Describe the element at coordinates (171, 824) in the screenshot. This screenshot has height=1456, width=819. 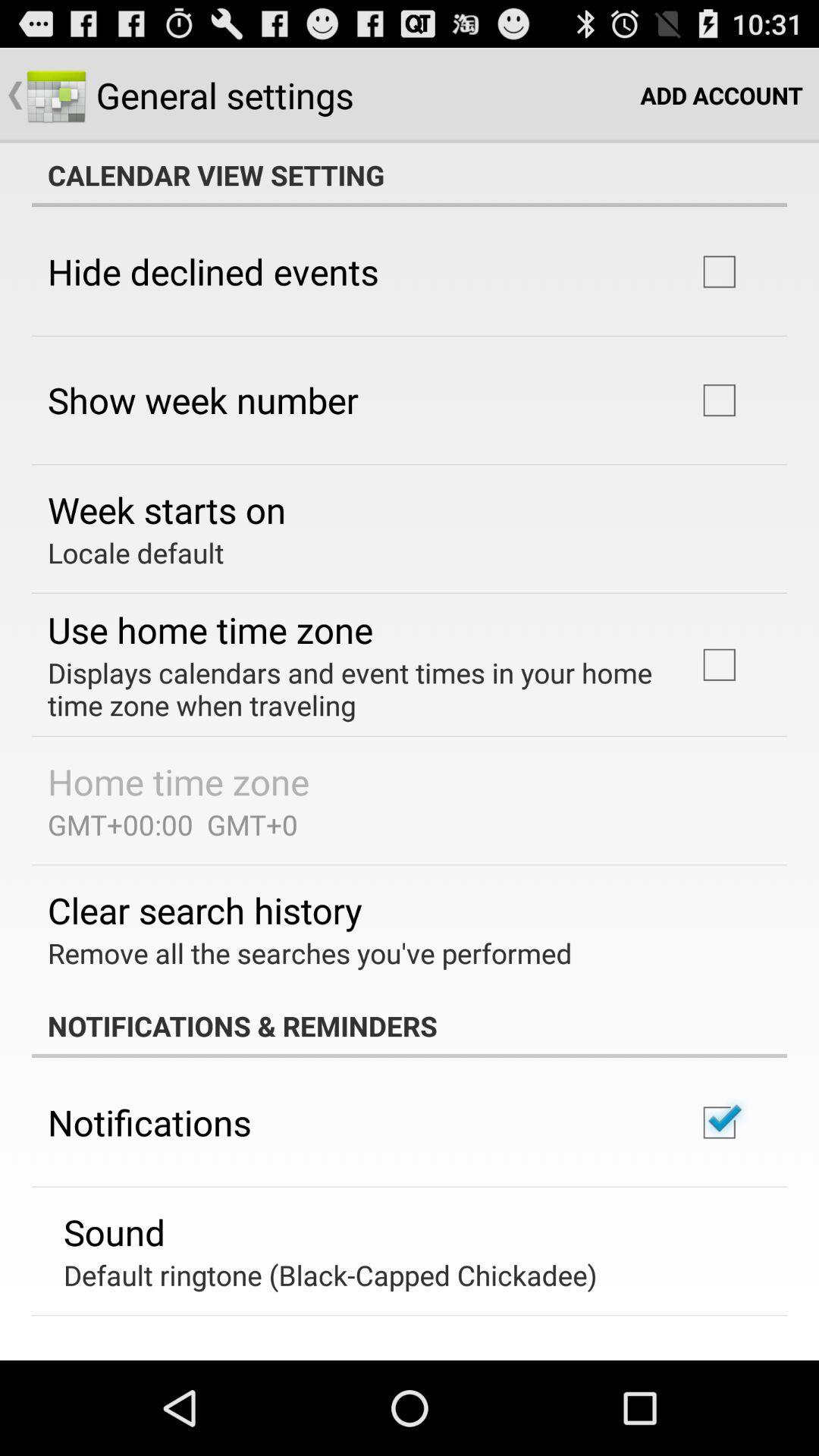
I see `gmt 00 00 item` at that location.